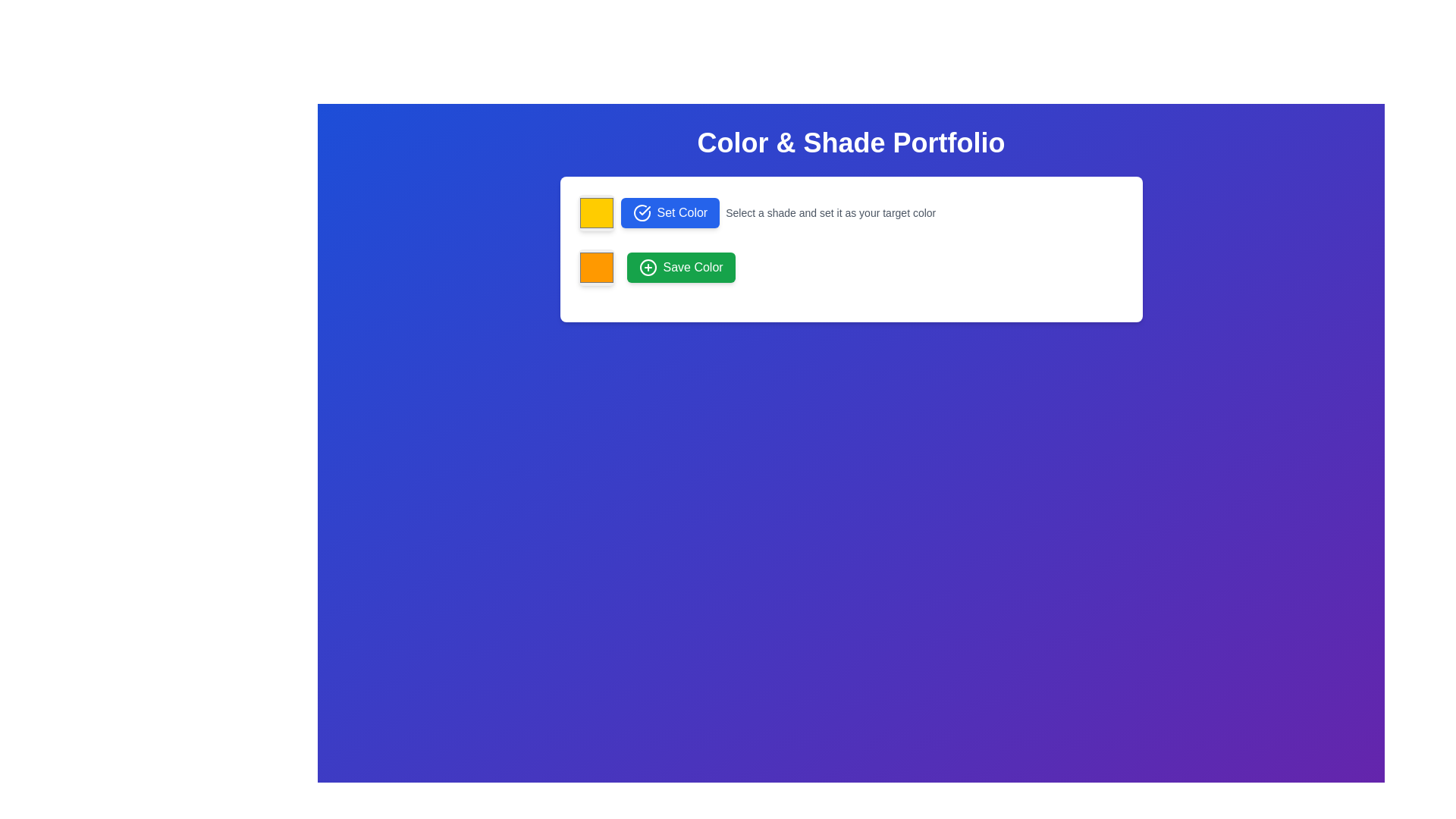 This screenshot has height=819, width=1456. What do you see at coordinates (830, 213) in the screenshot?
I see `the static text label that provides instructions for selecting a color and setting it as the target color, located to the right of the 'Set Color' button and the yellow color preview square` at bounding box center [830, 213].